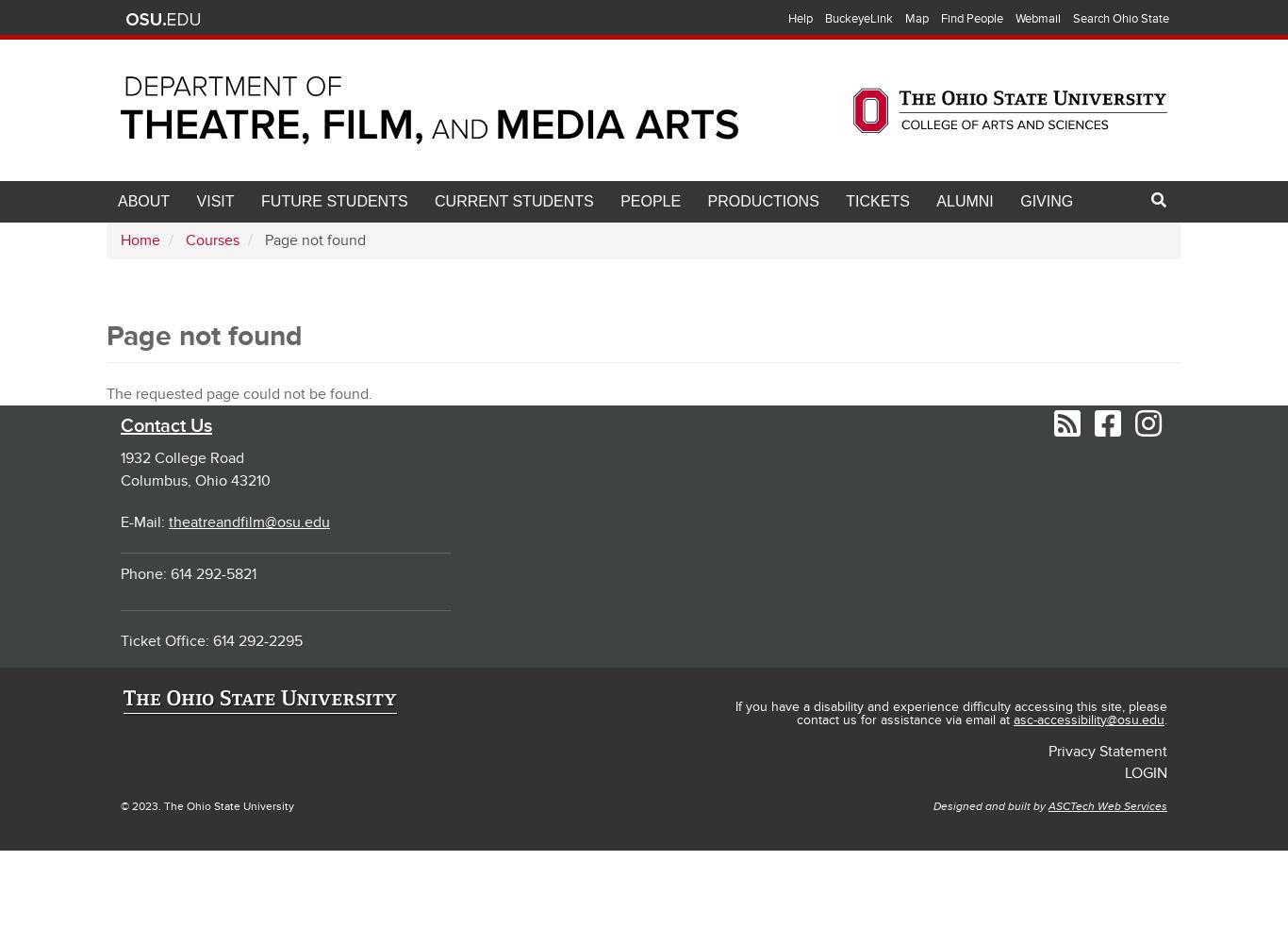 The image size is (1288, 943). Describe the element at coordinates (1165, 719) in the screenshot. I see `'.'` at that location.